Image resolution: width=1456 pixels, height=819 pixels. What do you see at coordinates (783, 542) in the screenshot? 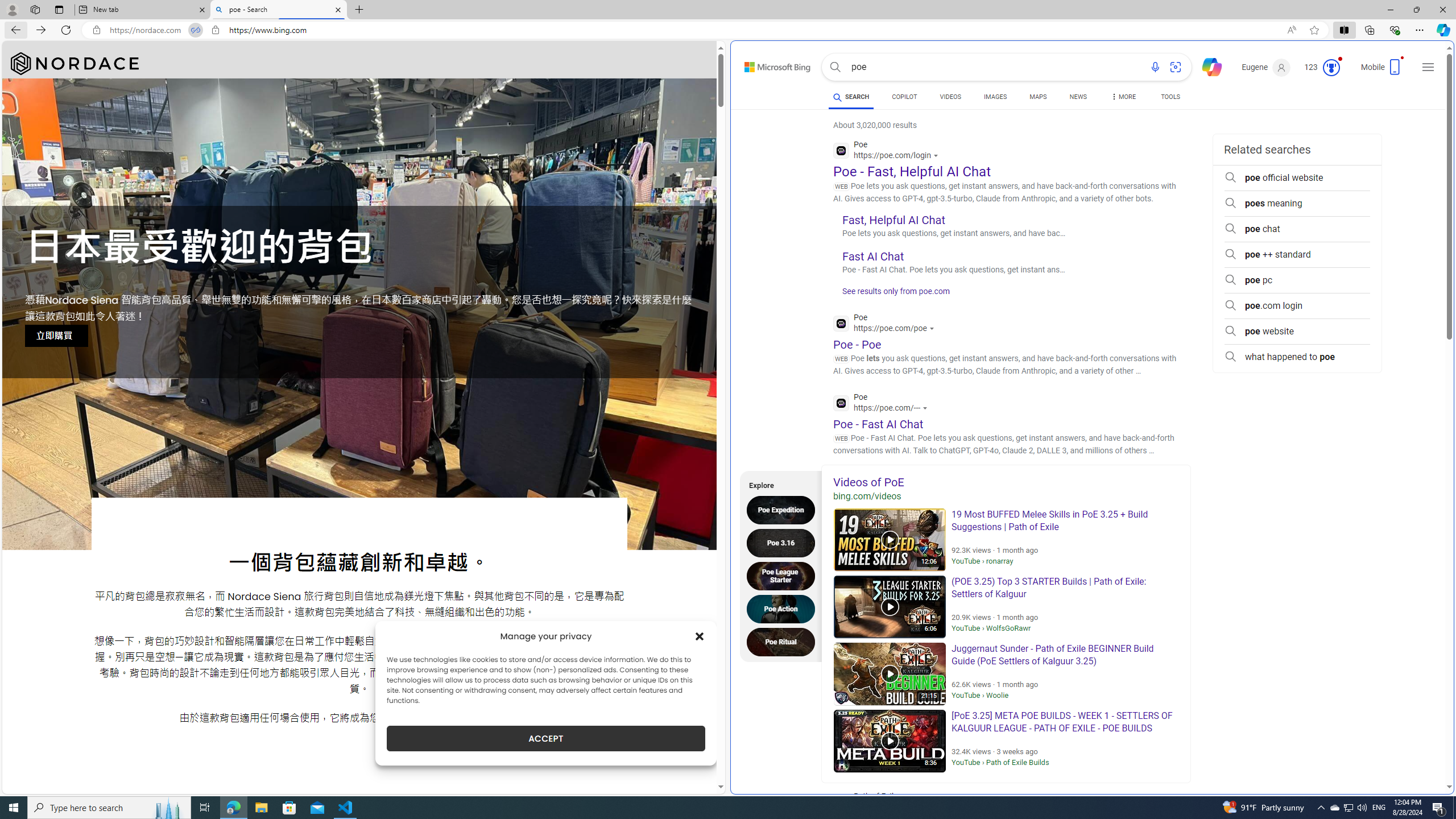
I see `'Poe 3.16'` at bounding box center [783, 542].